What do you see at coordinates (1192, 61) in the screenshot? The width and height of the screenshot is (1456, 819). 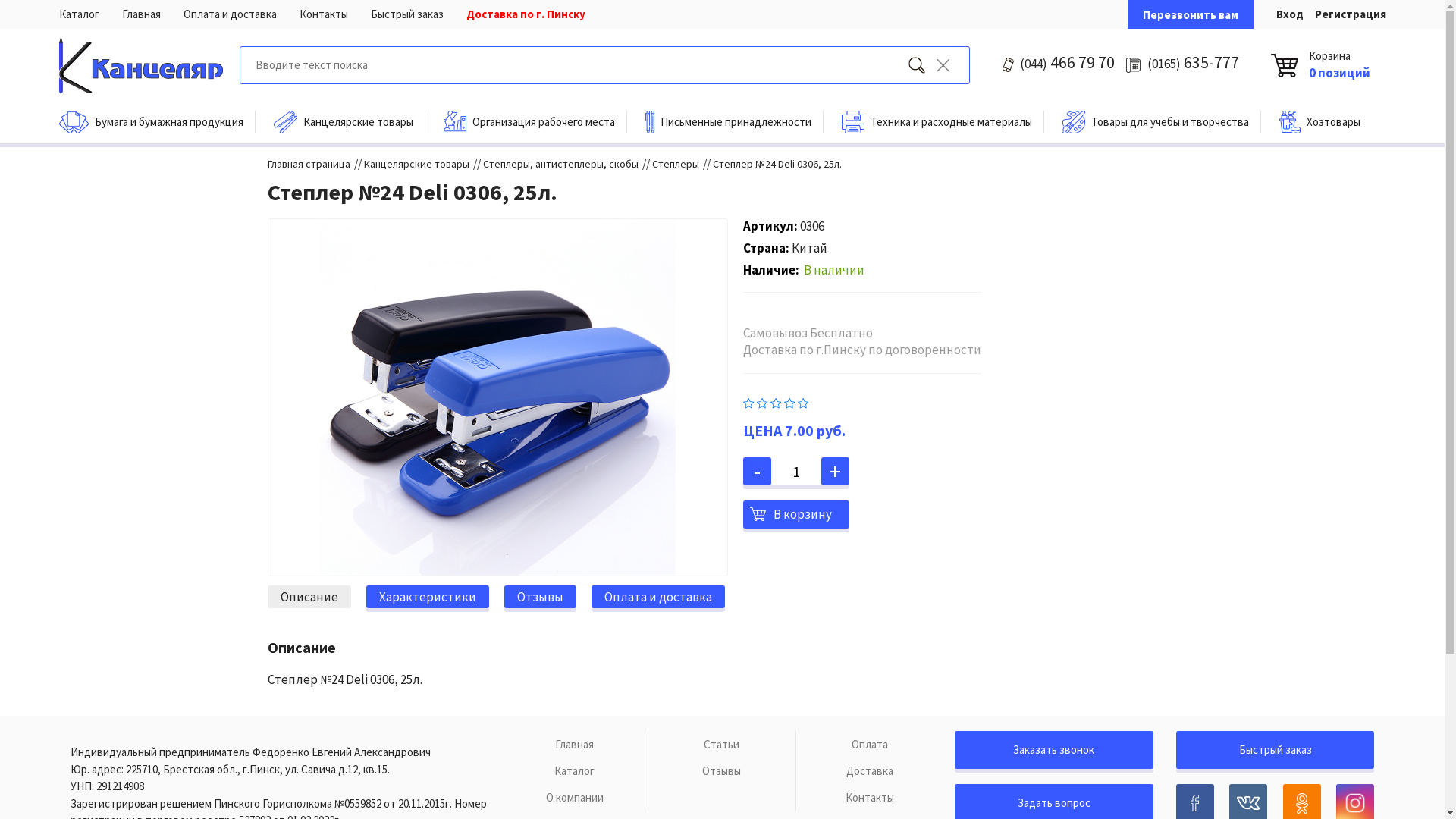 I see `'(0165) 635-777'` at bounding box center [1192, 61].